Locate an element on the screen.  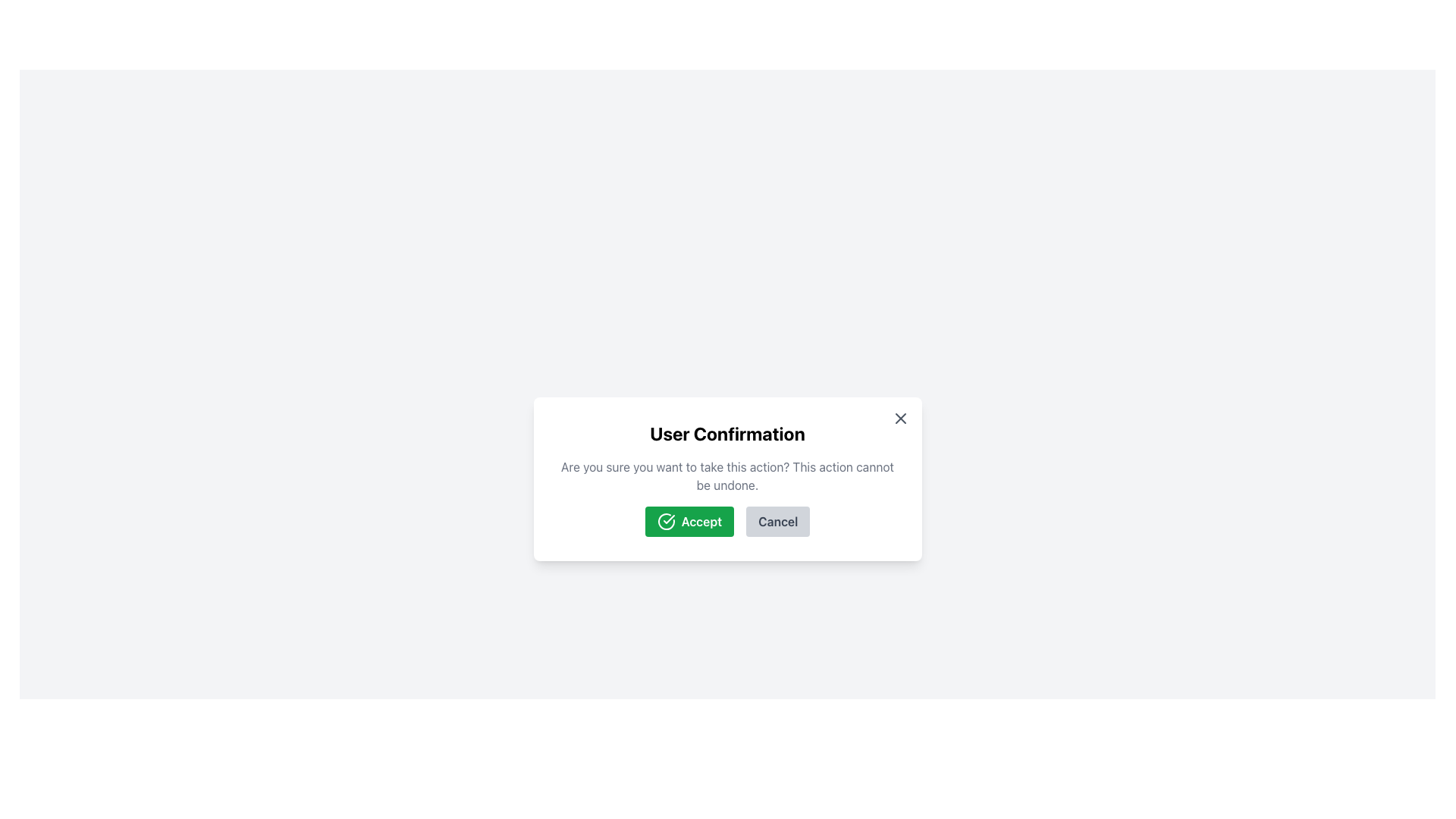
the SVG Icon to the left of the 'Accept' text within the green 'Accept' button in the dialog box is located at coordinates (666, 520).